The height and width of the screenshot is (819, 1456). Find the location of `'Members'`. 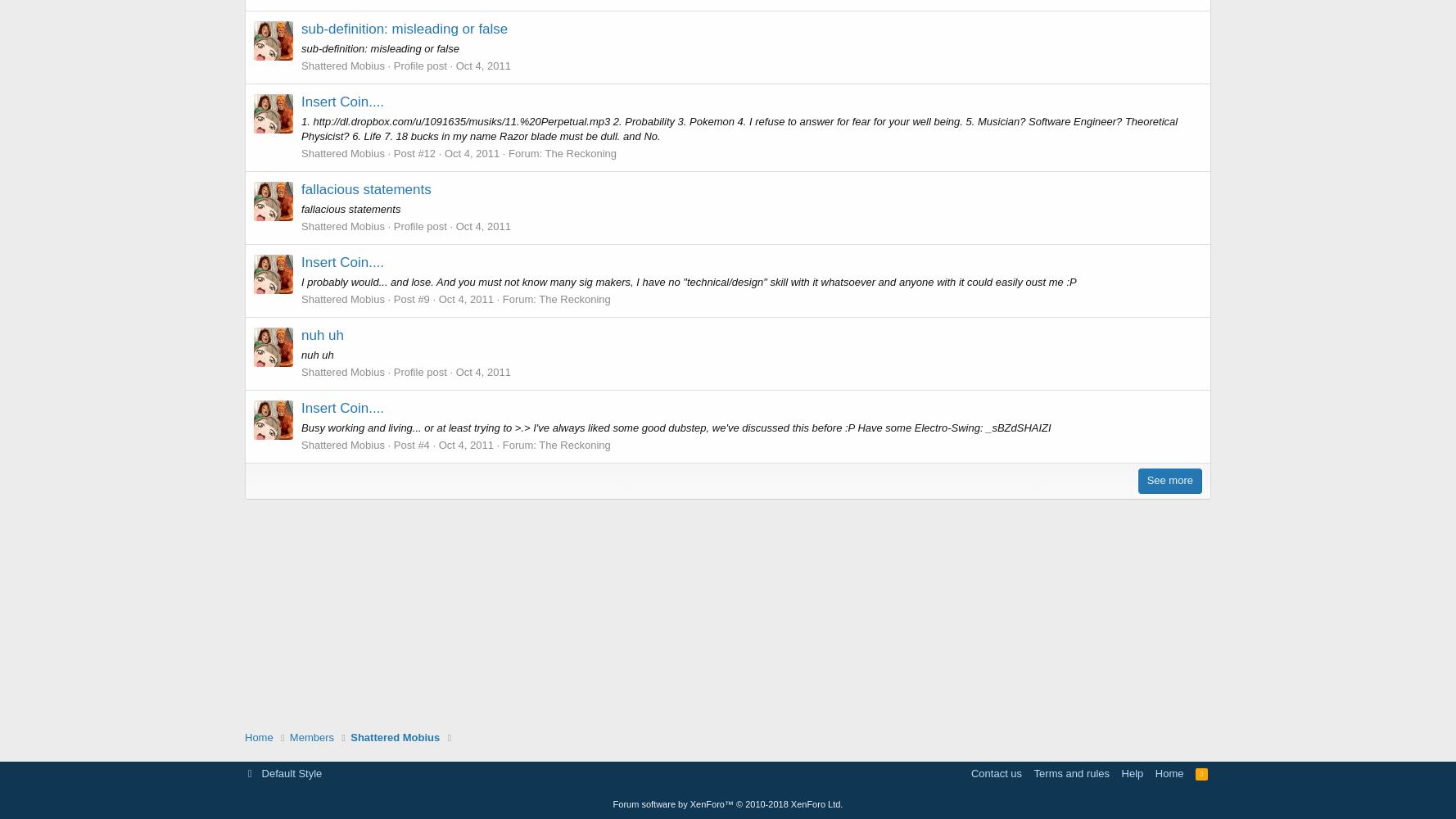

'Members' is located at coordinates (310, 736).